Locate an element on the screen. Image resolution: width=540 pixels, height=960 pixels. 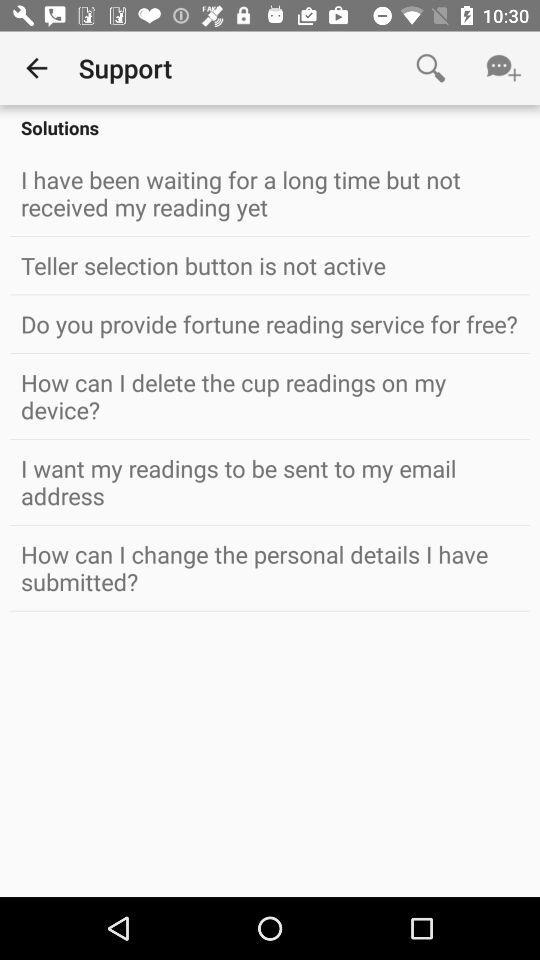
do you provide icon is located at coordinates (270, 324).